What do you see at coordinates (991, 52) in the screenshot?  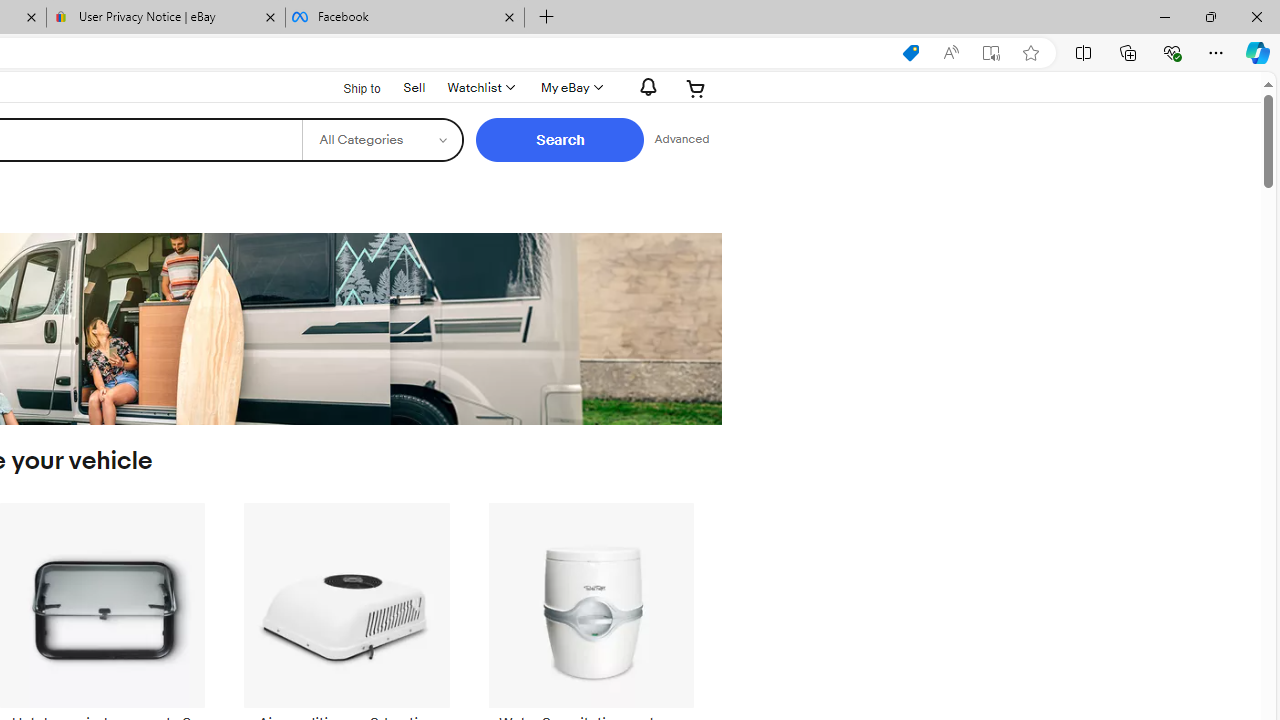 I see `'Enter Immersive Reader (F9)'` at bounding box center [991, 52].